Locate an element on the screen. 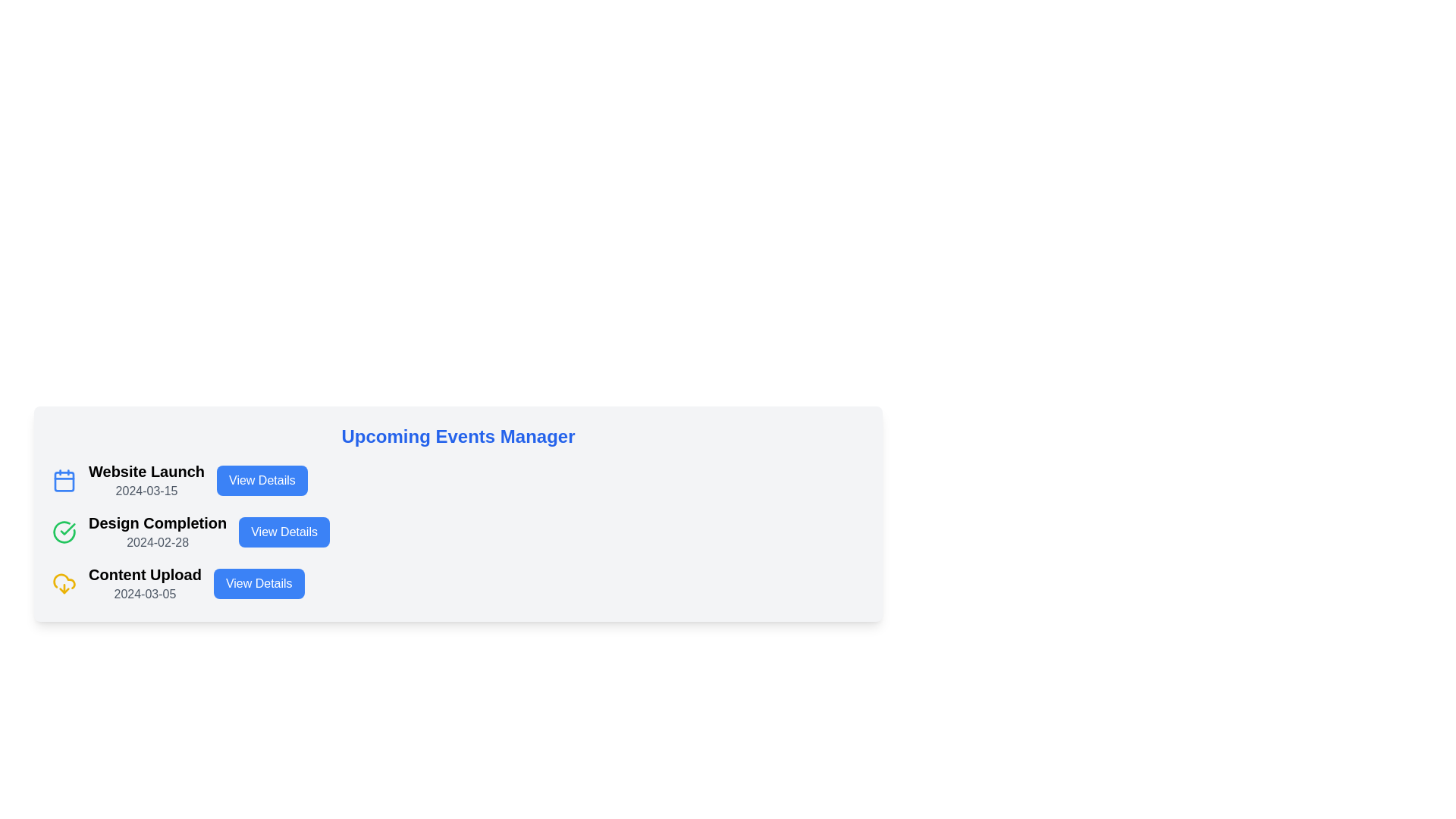 The width and height of the screenshot is (1456, 819). the 'Content Upload' event information display, which is the third item in a vertical list of upcoming events is located at coordinates (145, 583).